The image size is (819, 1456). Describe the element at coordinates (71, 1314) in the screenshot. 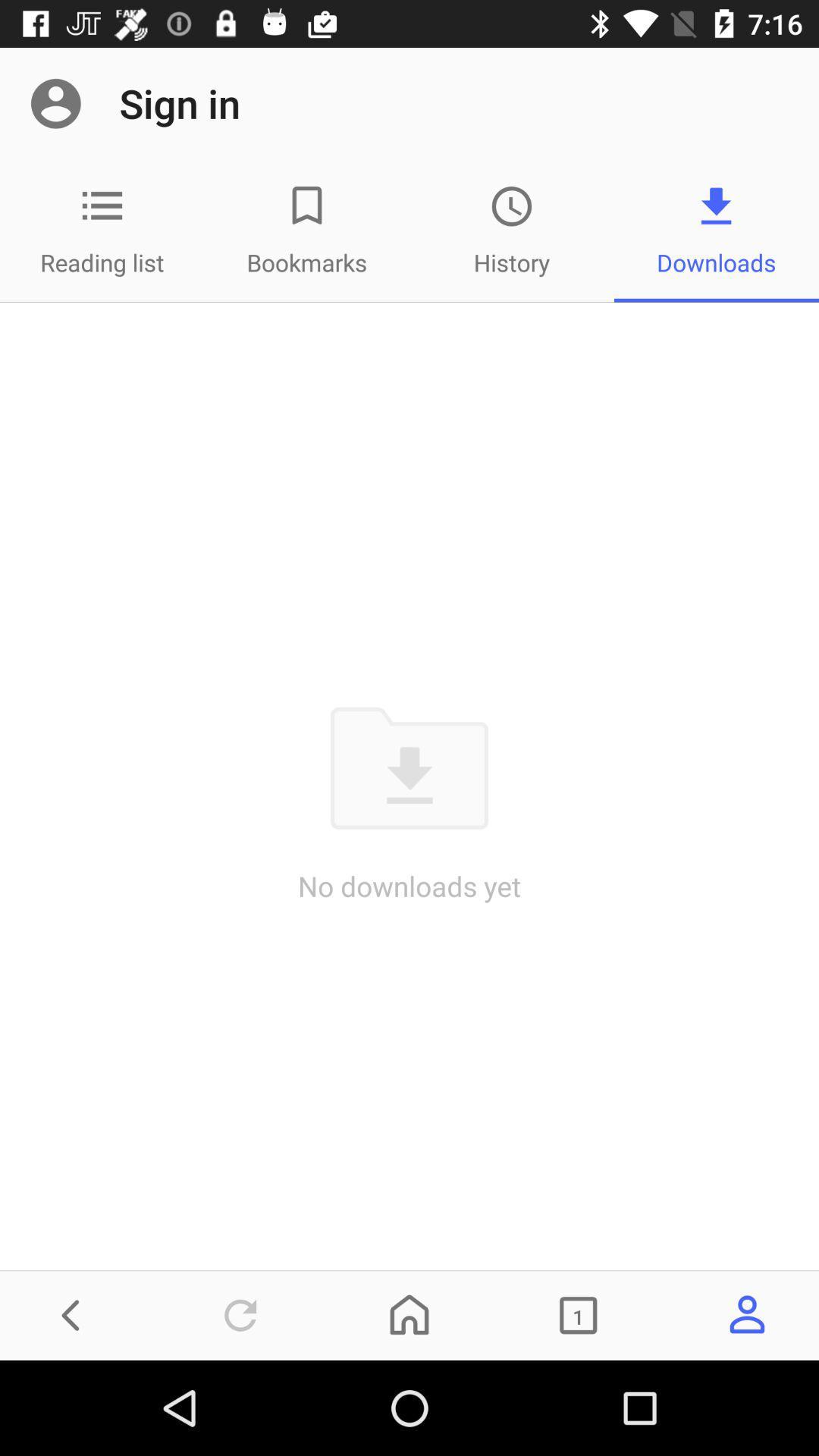

I see `the arrow_backward icon` at that location.